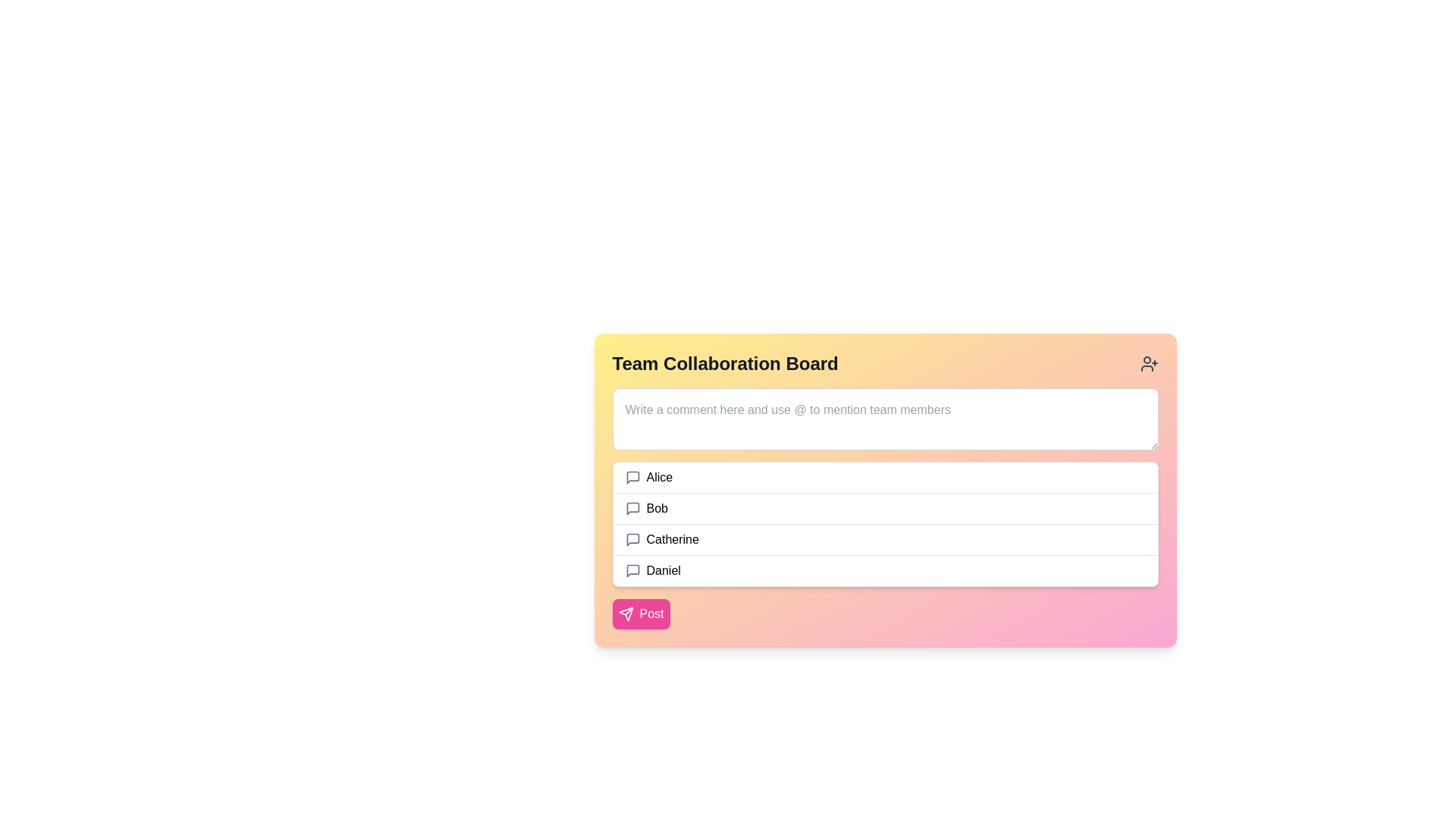  What do you see at coordinates (632, 539) in the screenshot?
I see `the gray speech bubble icon that signifies comments or messages, located to the left of the text 'Catherine' in the 'Team Collaboration Board'` at bounding box center [632, 539].